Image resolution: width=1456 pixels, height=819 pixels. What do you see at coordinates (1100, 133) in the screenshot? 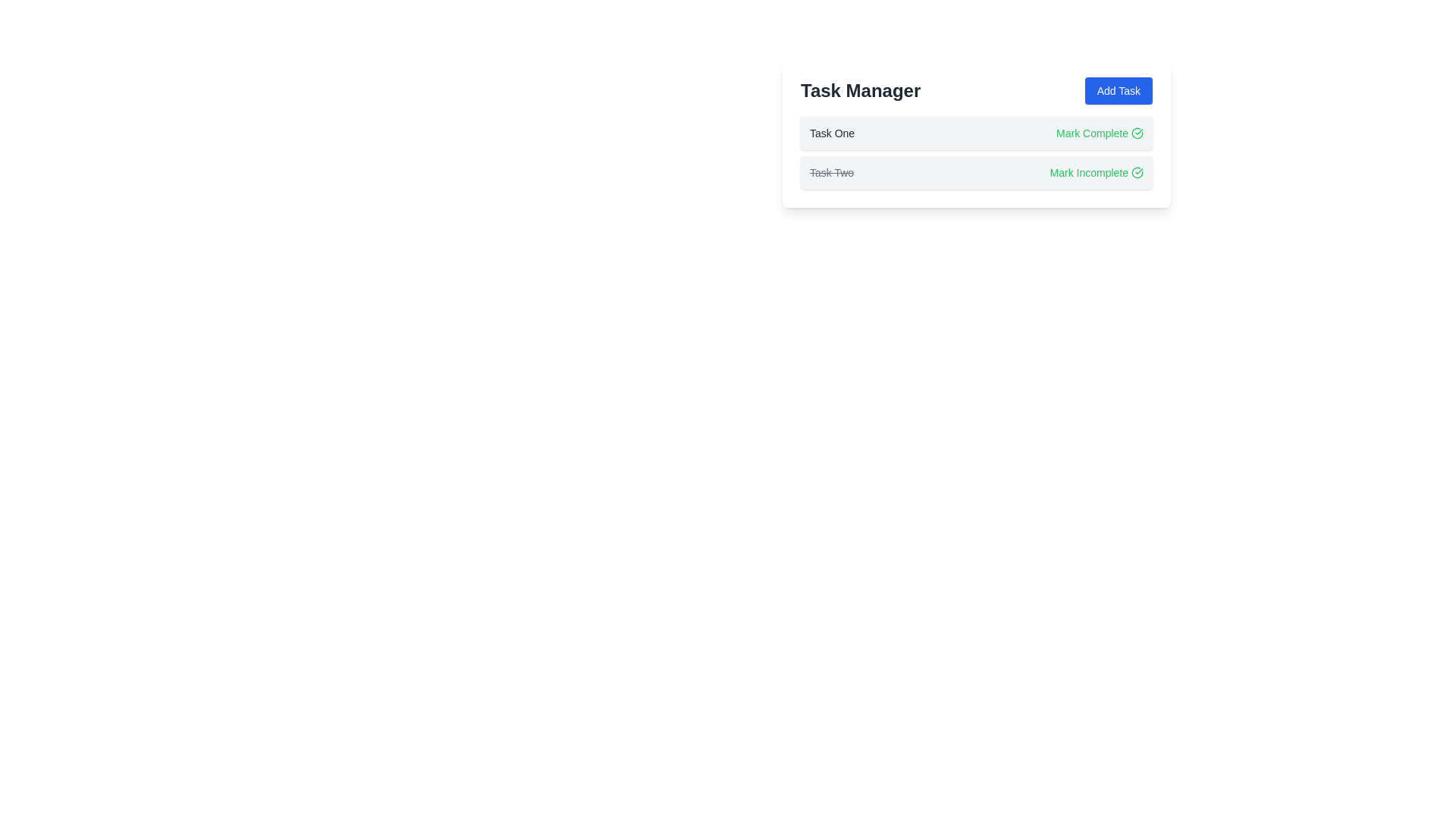
I see `the action button located on the right side of the first row in a task list, adjacent to 'Task One'` at bounding box center [1100, 133].